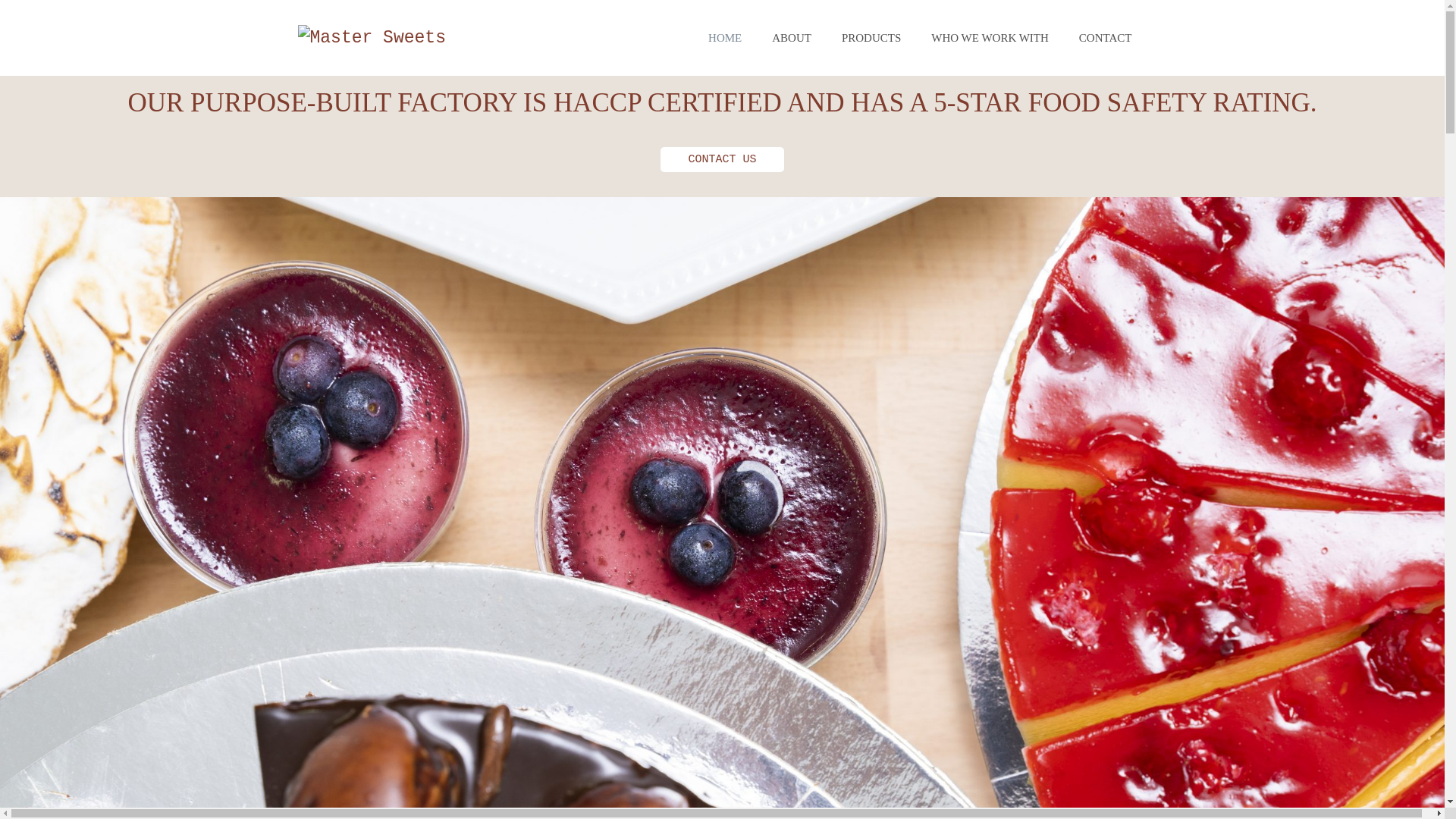 The image size is (1456, 819). What do you see at coordinates (871, 37) in the screenshot?
I see `'PRODUCTS'` at bounding box center [871, 37].